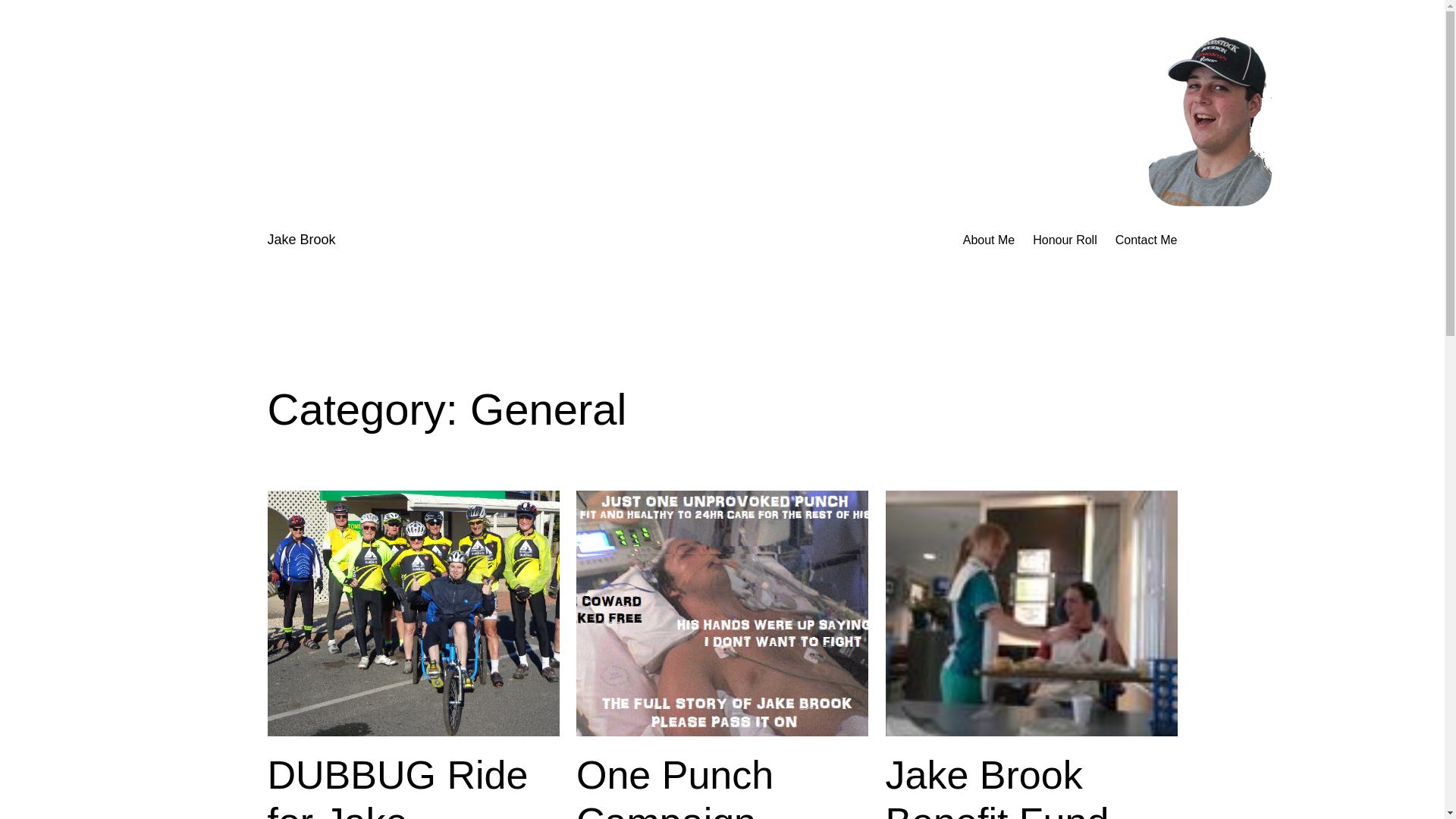 The height and width of the screenshot is (819, 1456). Describe the element at coordinates (1115, 239) in the screenshot. I see `'Contact Me'` at that location.